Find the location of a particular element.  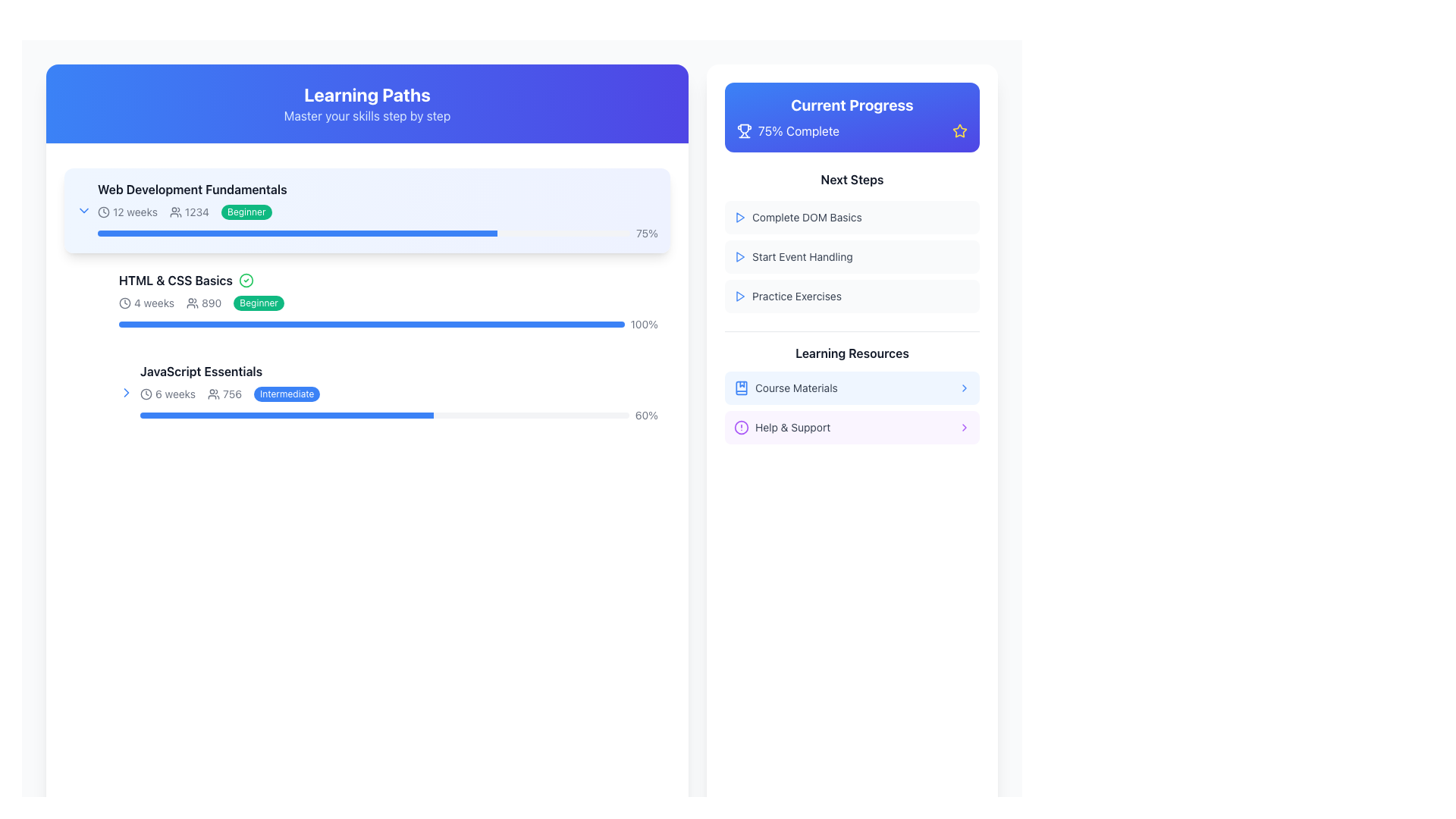

the star-shaped yellow icon located in the 'Current Progress' section at the top-right corner, aligned with the 'Current Progress' heading is located at coordinates (959, 130).